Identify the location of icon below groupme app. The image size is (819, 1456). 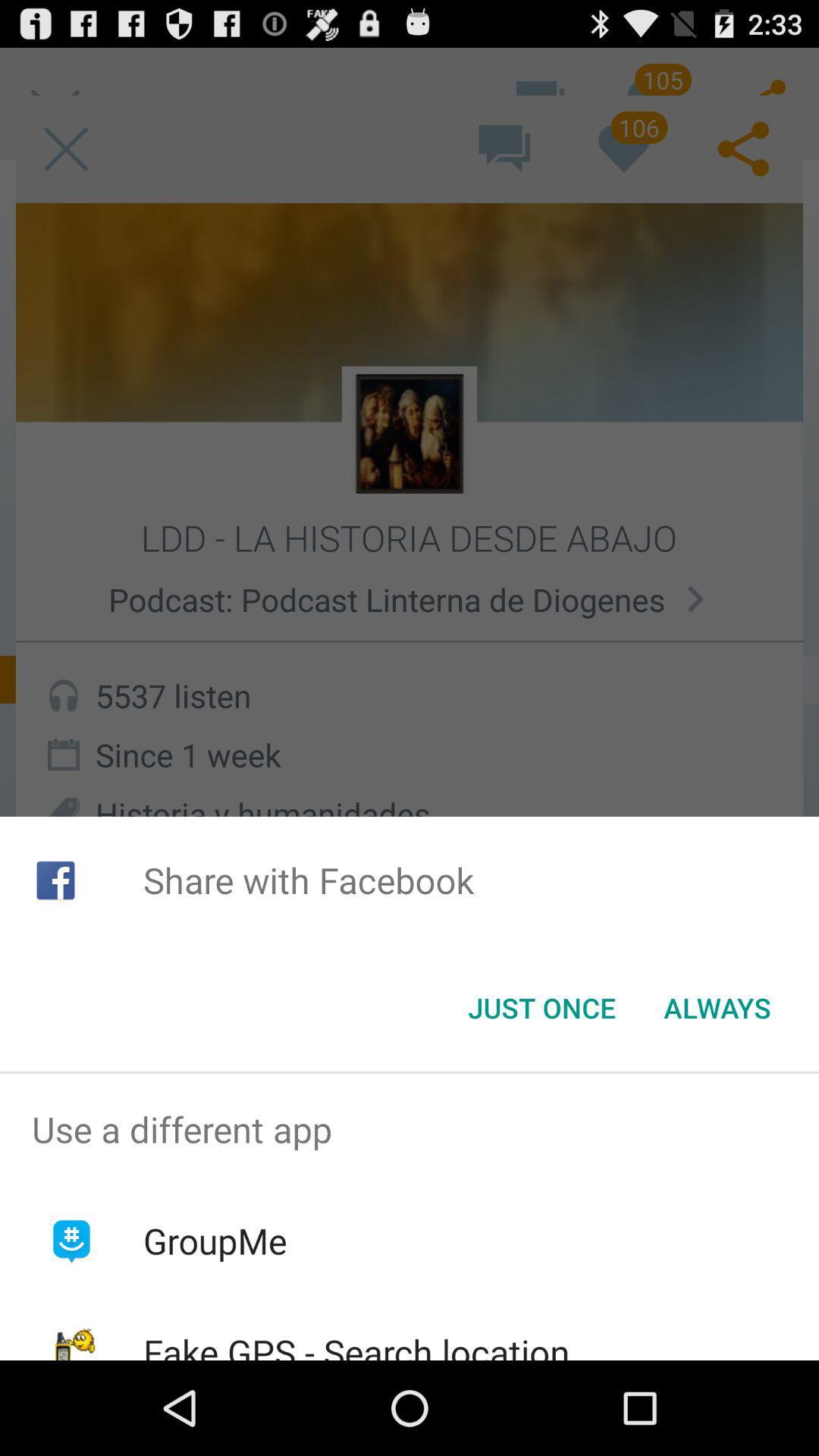
(356, 1344).